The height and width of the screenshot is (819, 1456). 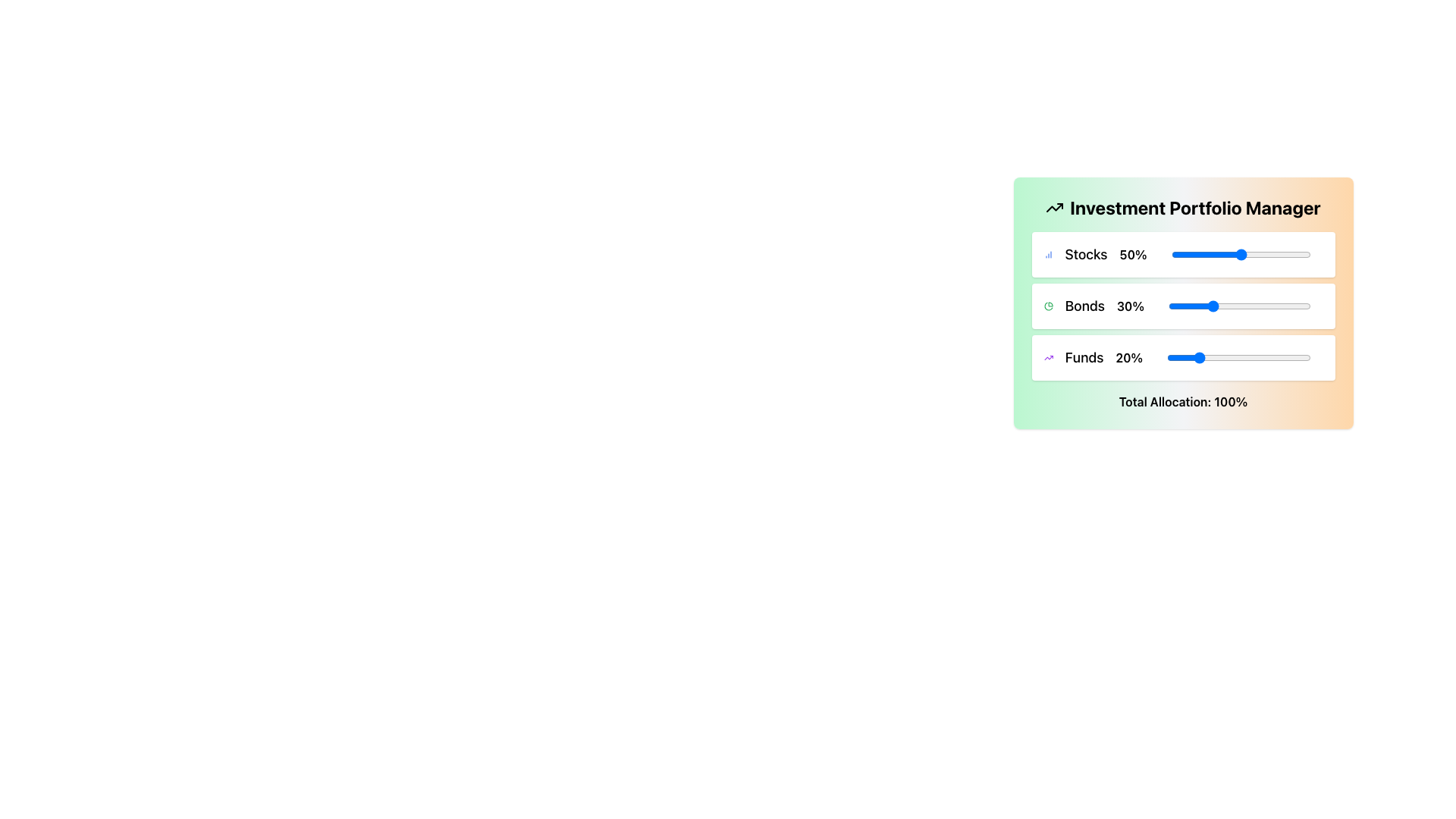 I want to click on the 'Bonds' allocation, so click(x=1247, y=306).